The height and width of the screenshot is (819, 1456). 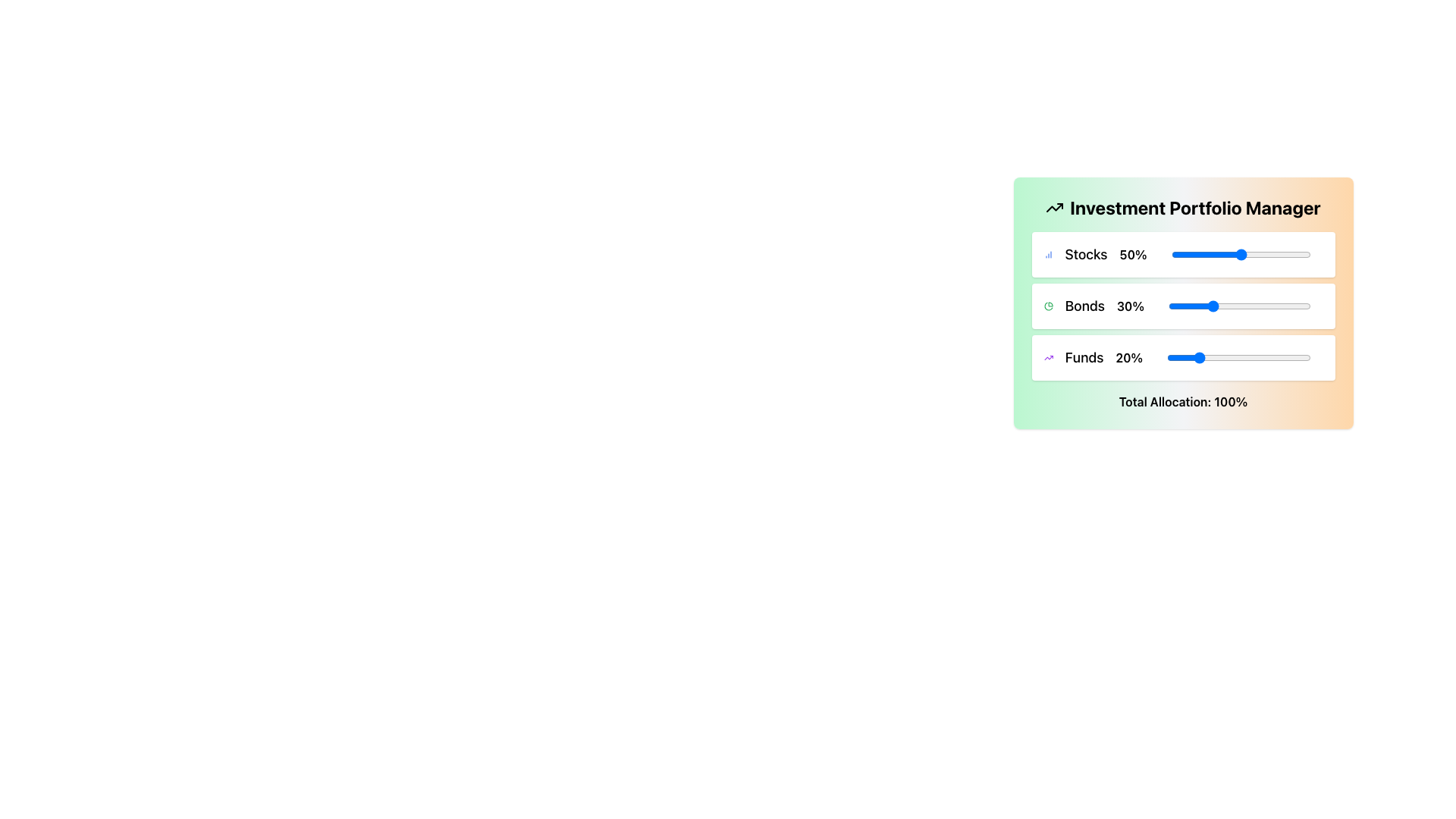 I want to click on the 'Bonds' allocation, so click(x=1247, y=306).